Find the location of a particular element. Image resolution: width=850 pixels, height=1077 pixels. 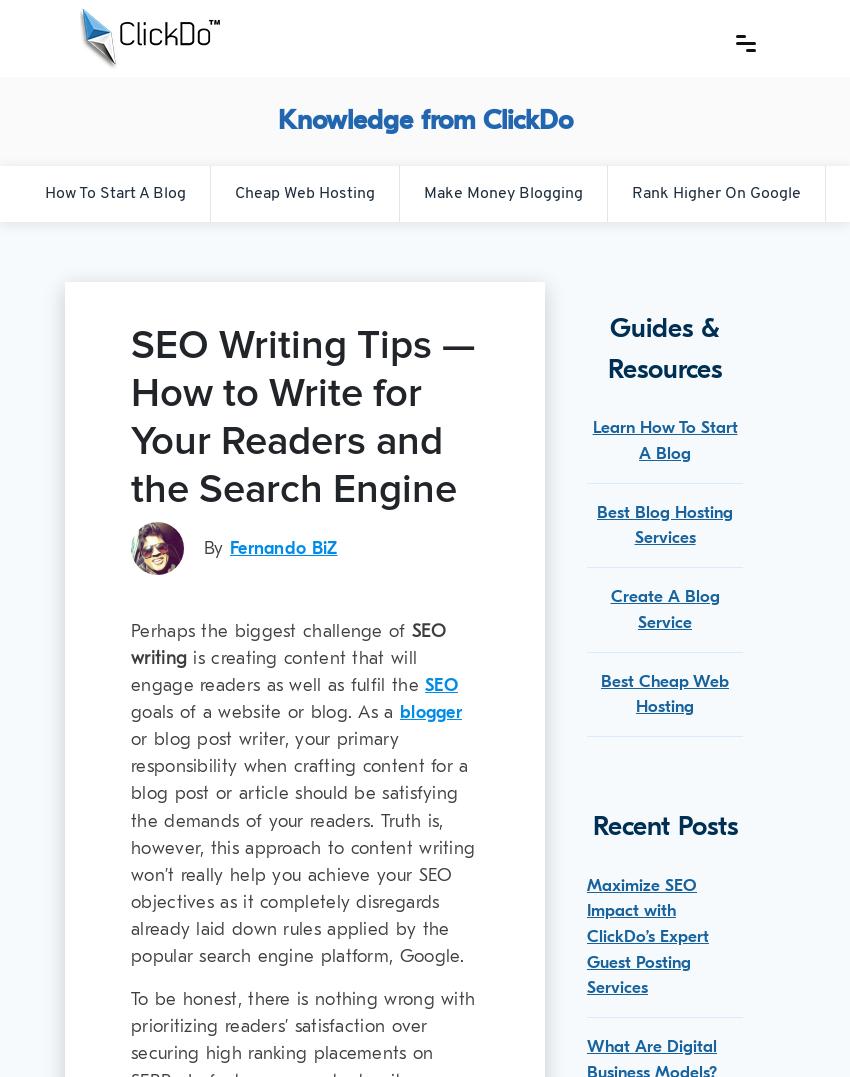

'How To Start A Blog' is located at coordinates (113, 191).